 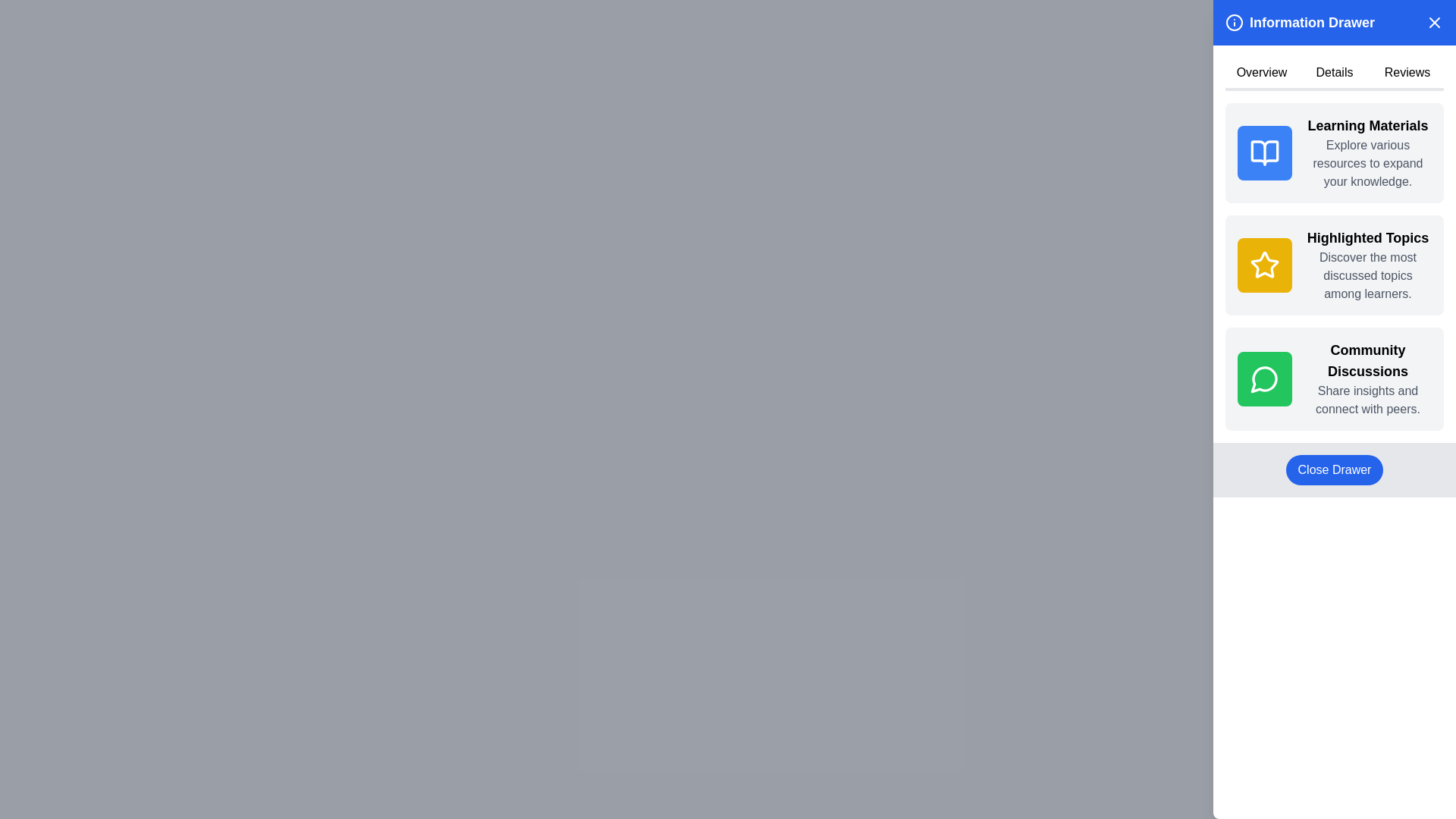 I want to click on the icon representing highlighted topics located in the 'Highlighted Topics' panel, positioned between 'Learning Materials' and 'Community Discussions', so click(x=1265, y=264).